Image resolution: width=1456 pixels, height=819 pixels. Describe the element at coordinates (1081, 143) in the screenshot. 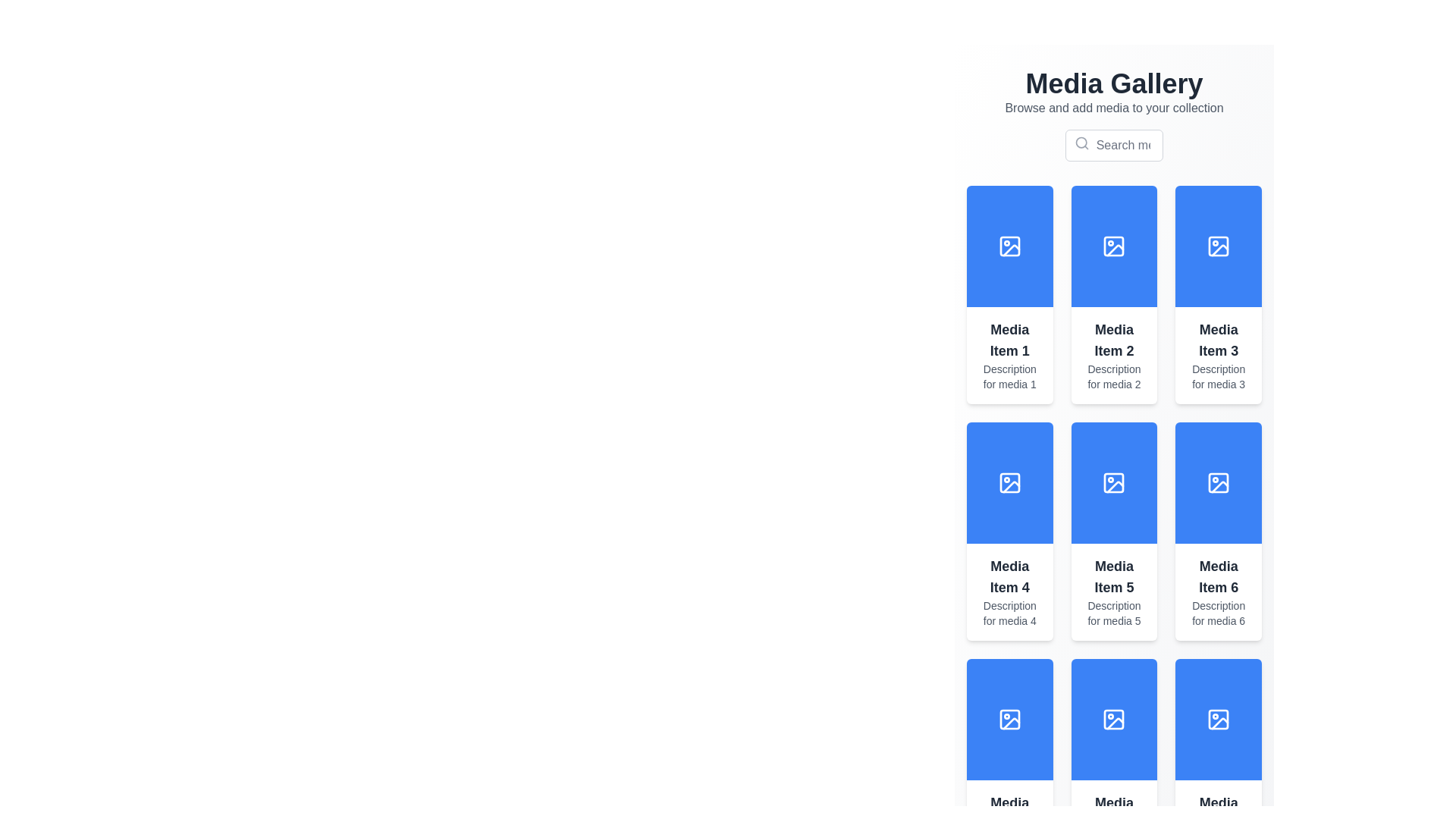

I see `the search icon located on the left side of the input field within the media gallery interface to initiate a search` at that location.